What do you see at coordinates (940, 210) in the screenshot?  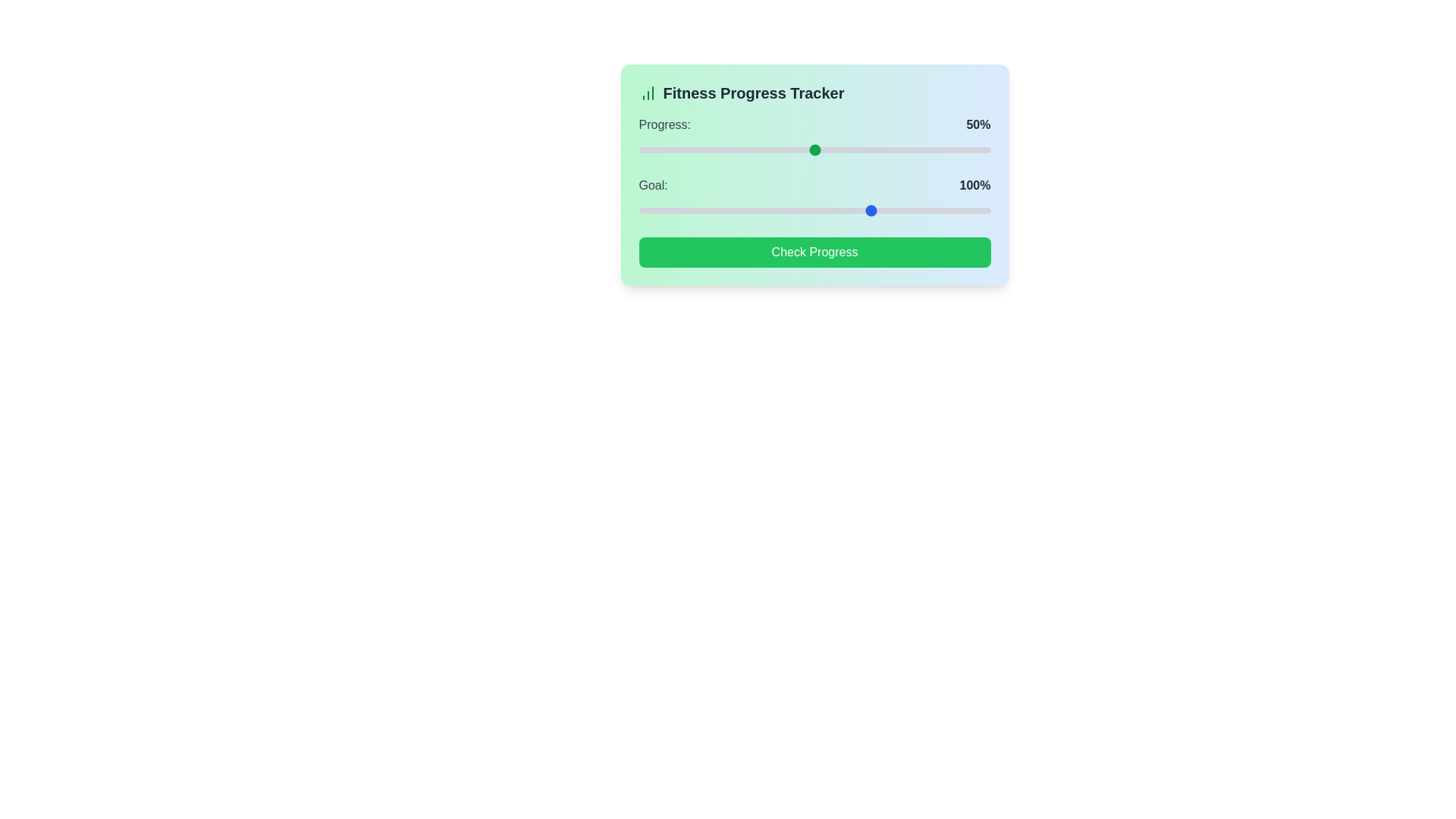 I see `the goal slider to 136%` at bounding box center [940, 210].